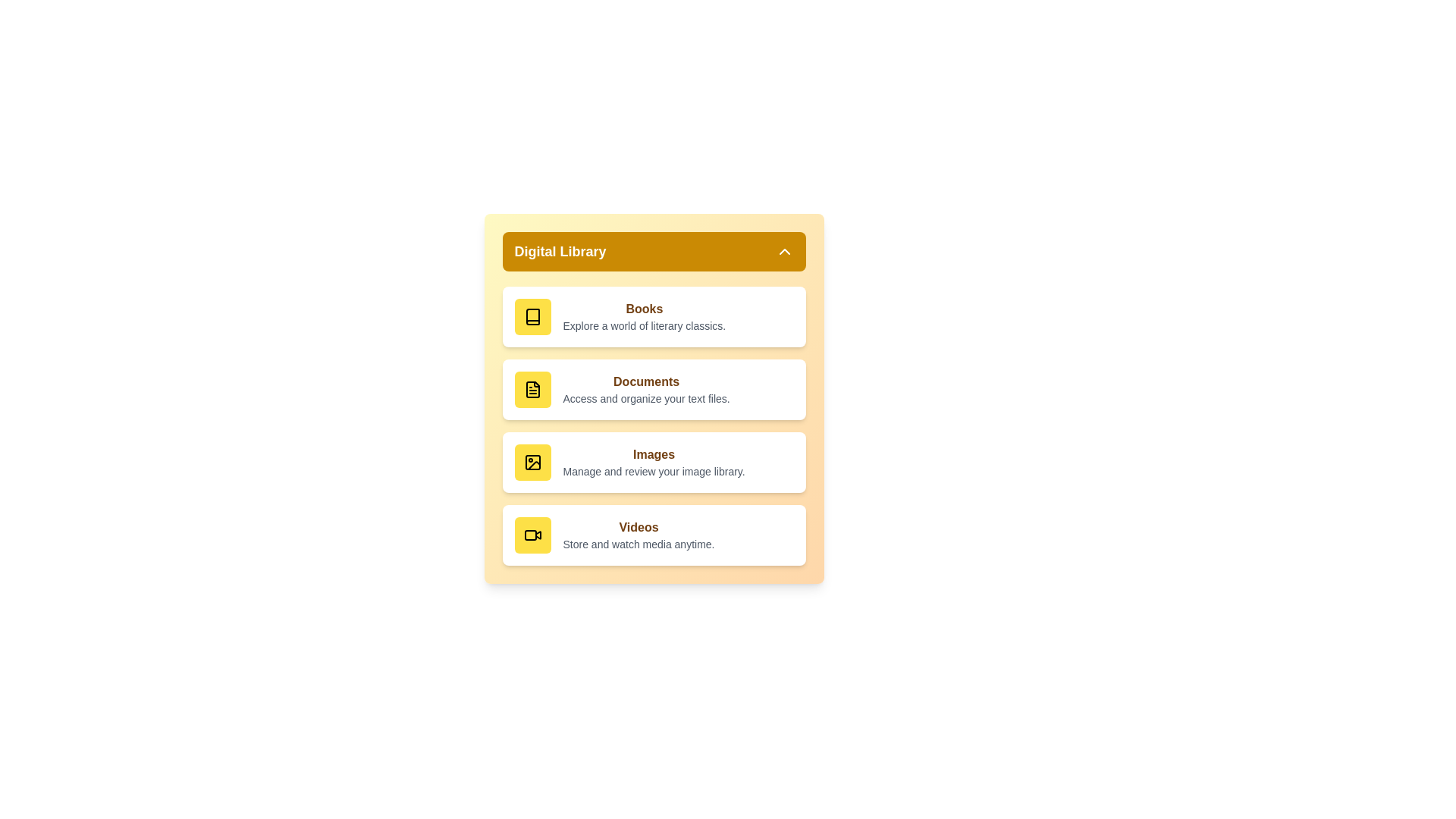 This screenshot has height=819, width=1456. What do you see at coordinates (646, 397) in the screenshot?
I see `the description of the Documents section` at bounding box center [646, 397].